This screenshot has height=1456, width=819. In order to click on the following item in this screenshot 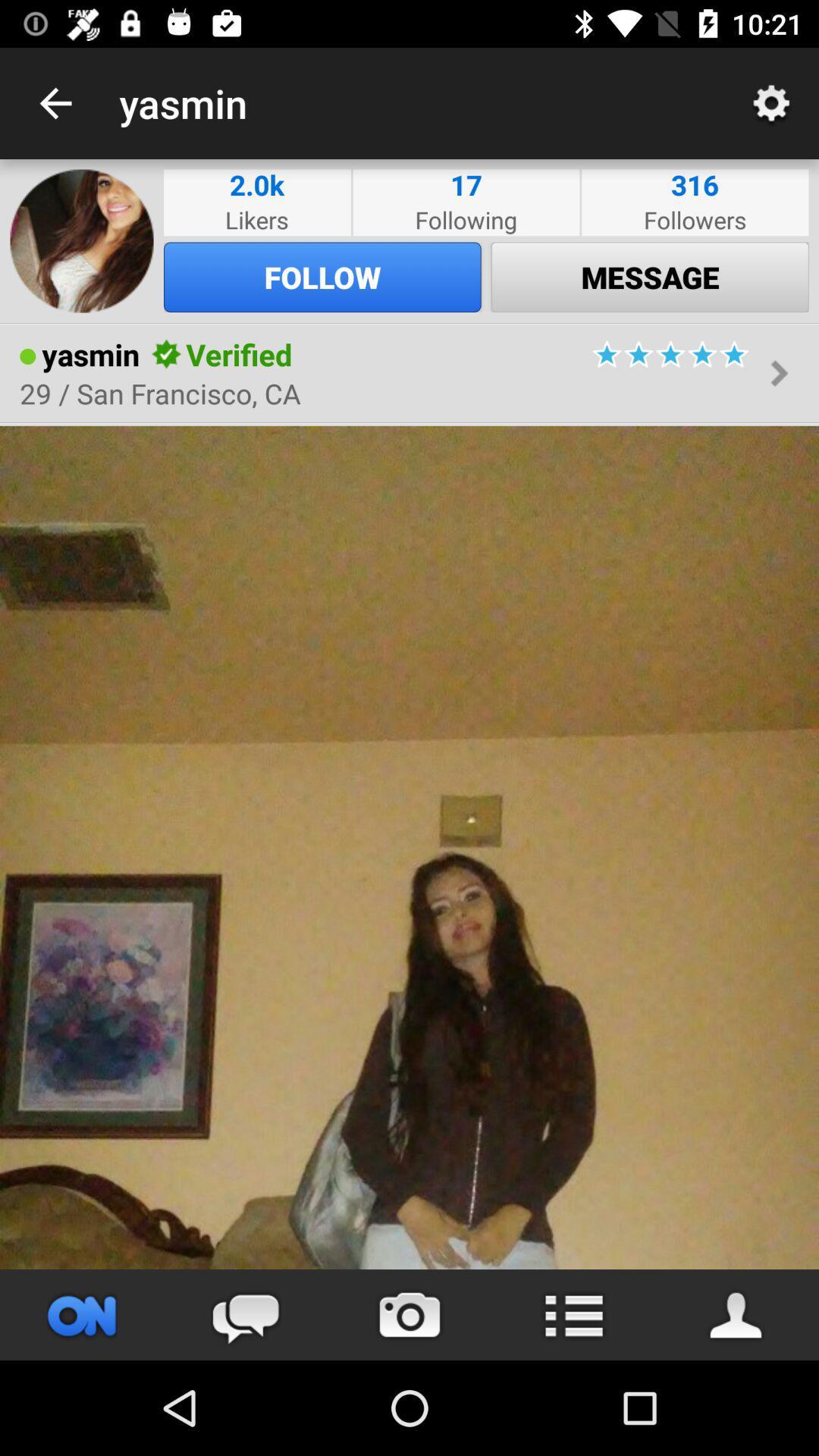, I will do `click(465, 218)`.